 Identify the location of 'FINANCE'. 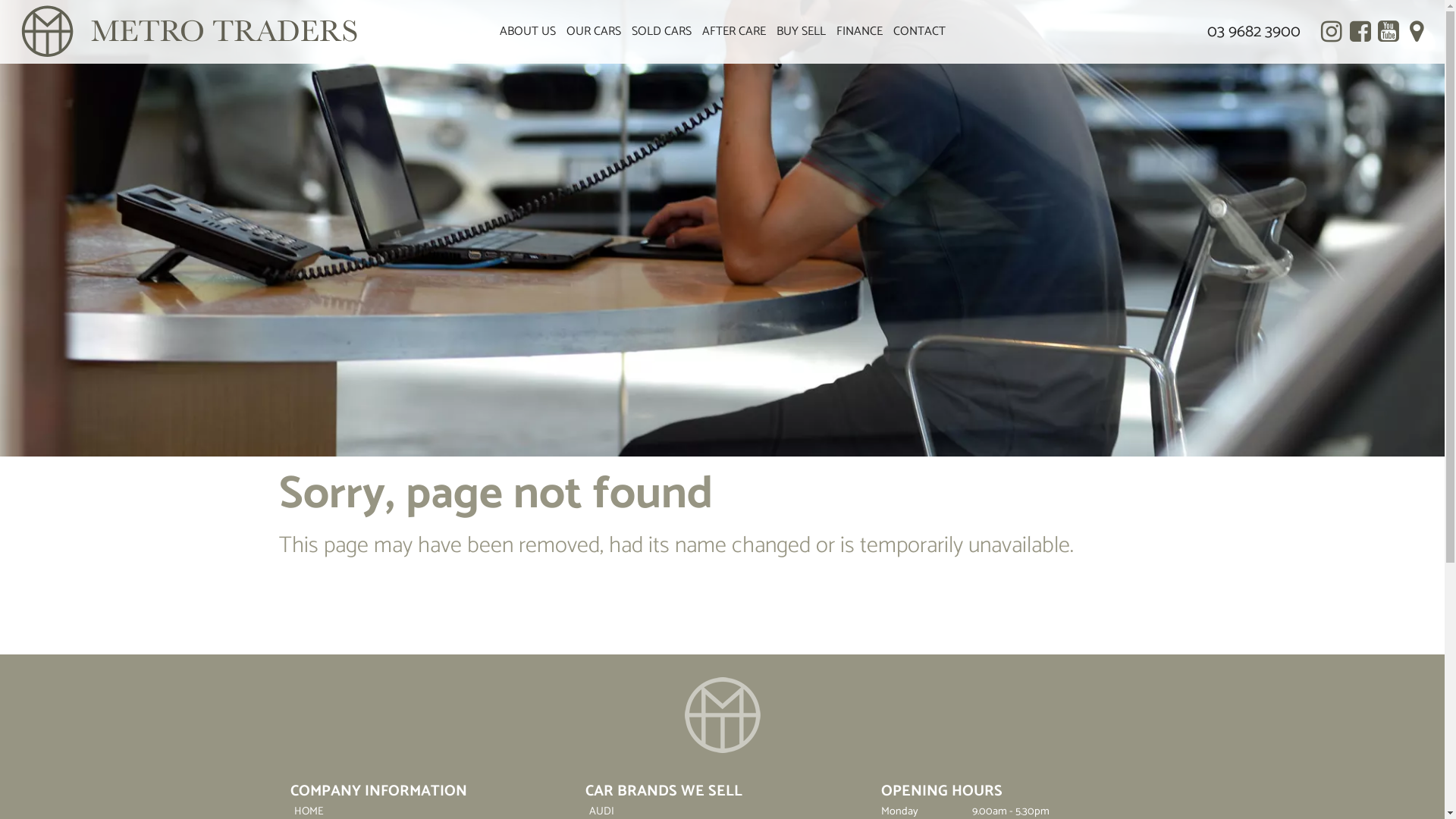
(830, 32).